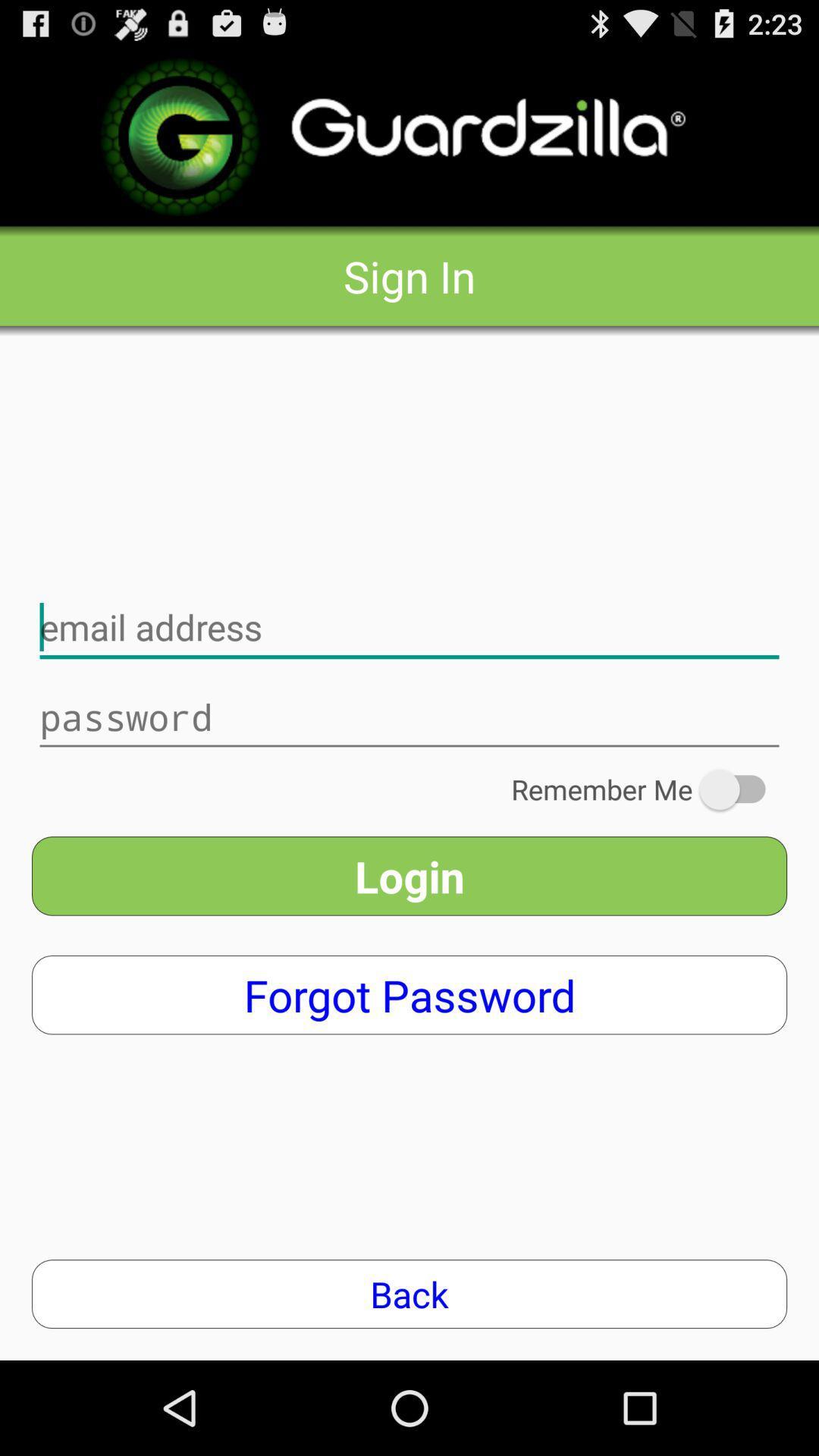  Describe the element at coordinates (648, 789) in the screenshot. I see `item above login app` at that location.